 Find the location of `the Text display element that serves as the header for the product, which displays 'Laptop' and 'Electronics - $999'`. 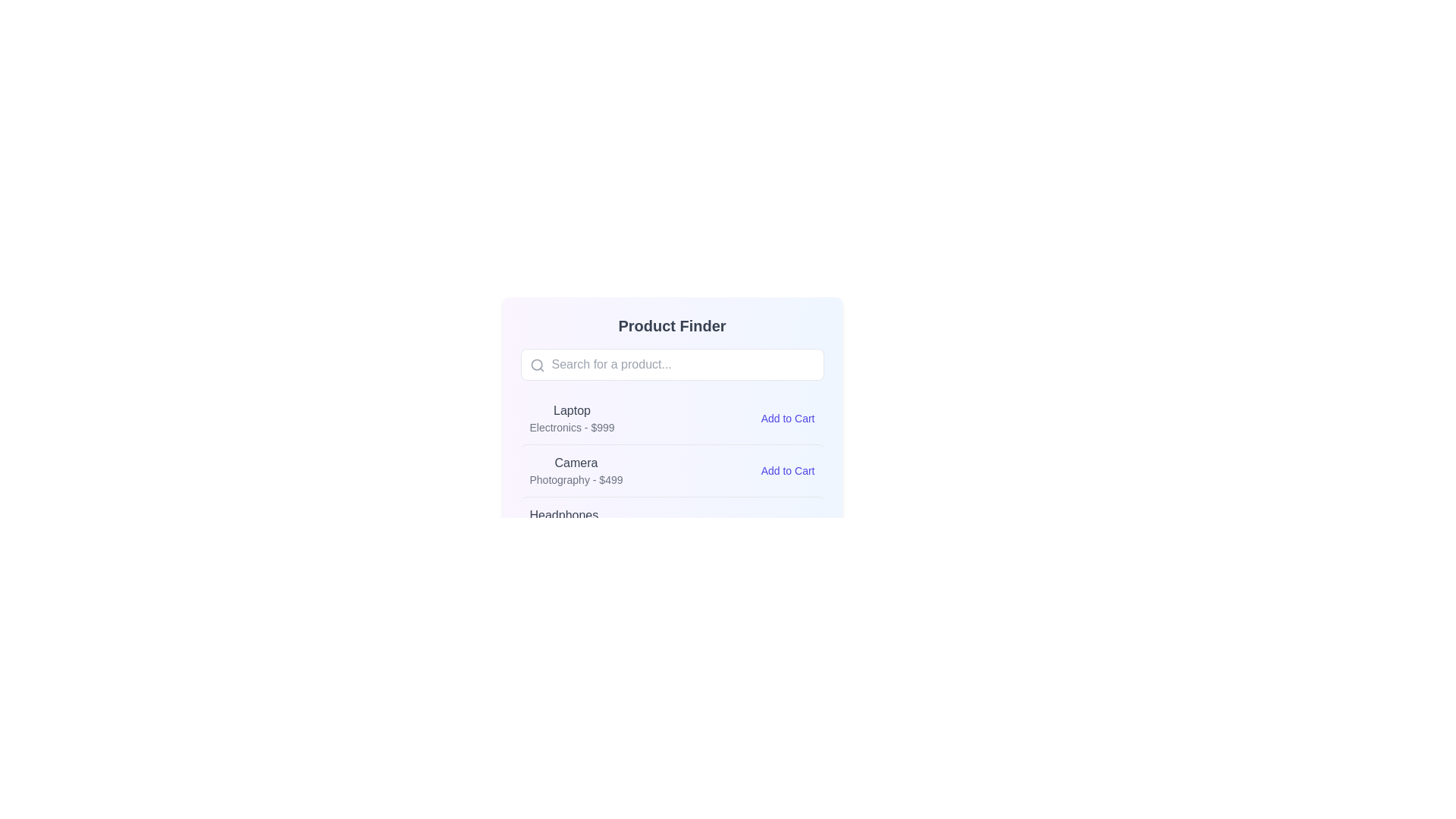

the Text display element that serves as the header for the product, which displays 'Laptop' and 'Electronics - $999' is located at coordinates (571, 411).